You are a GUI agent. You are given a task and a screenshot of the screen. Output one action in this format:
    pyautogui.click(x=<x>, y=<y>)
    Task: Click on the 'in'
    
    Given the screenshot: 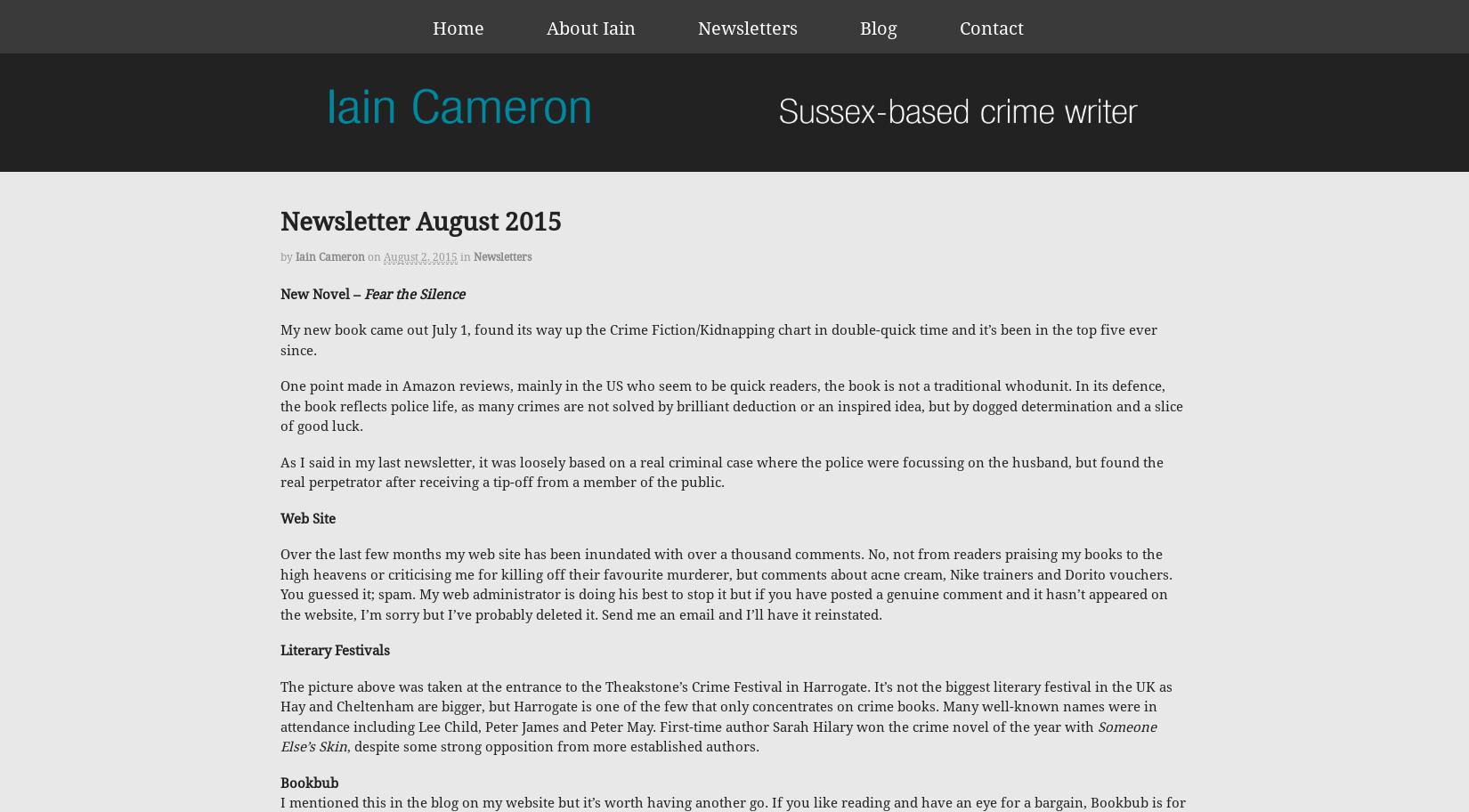 What is the action you would take?
    pyautogui.click(x=465, y=256)
    